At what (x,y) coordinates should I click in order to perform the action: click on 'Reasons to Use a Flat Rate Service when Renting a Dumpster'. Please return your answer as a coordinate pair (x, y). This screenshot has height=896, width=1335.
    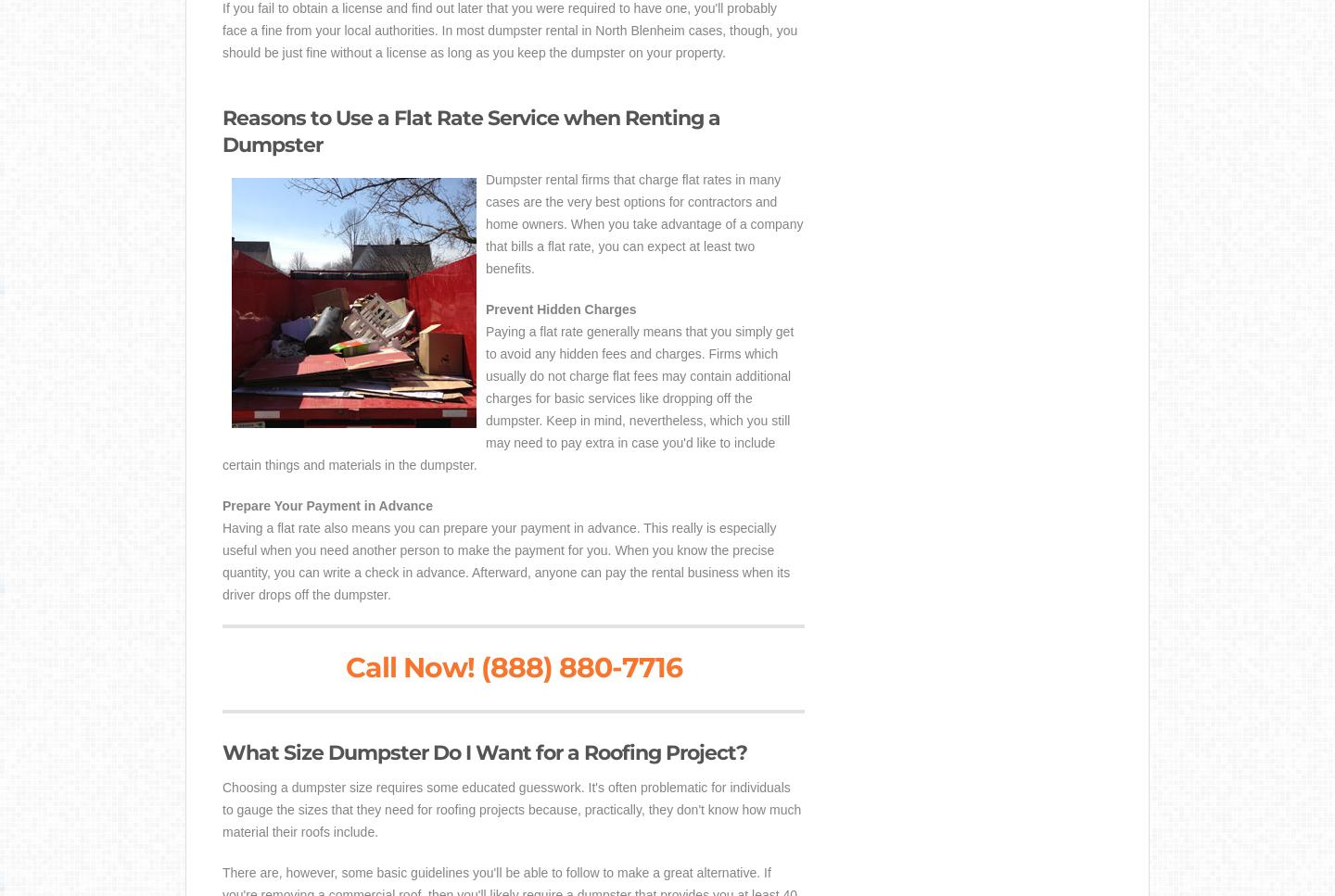
    Looking at the image, I should click on (470, 130).